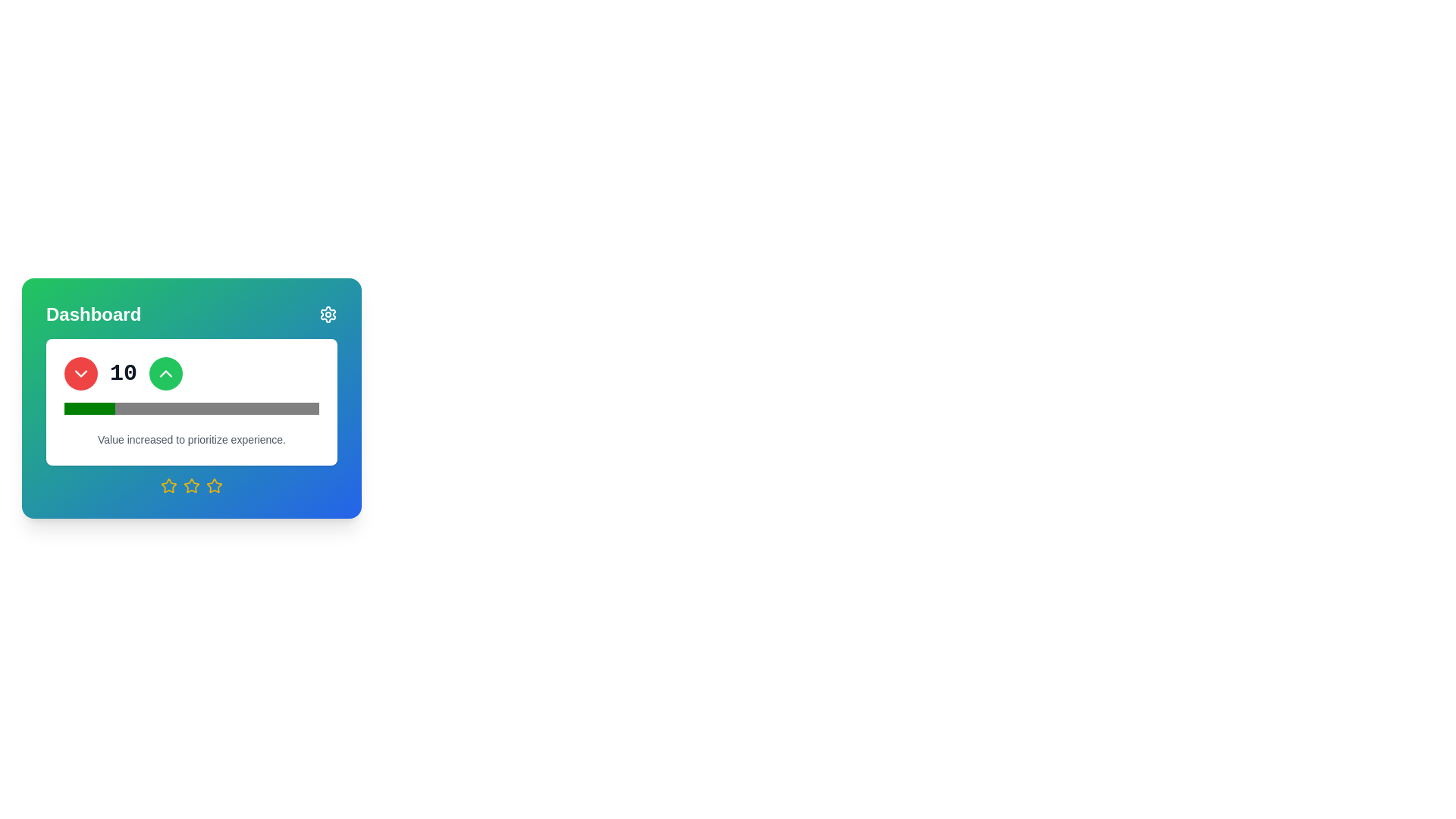  Describe the element at coordinates (191, 408) in the screenshot. I see `the horizontal progress bar with a gray background and indigo filled portion, which is located below the numeric display ('10') and above the text line ('Value increased to prioritize experience')` at that location.